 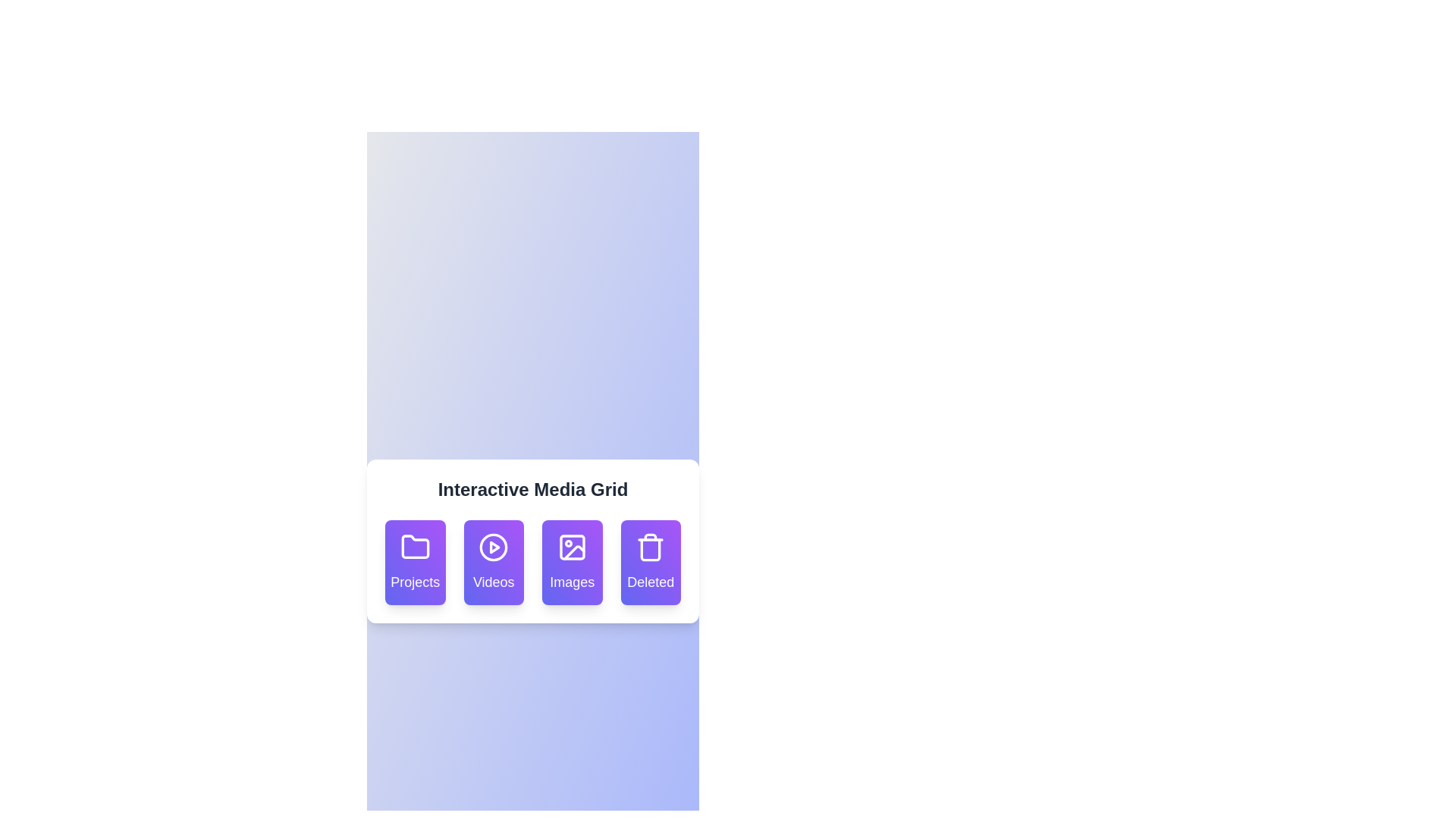 I want to click on the 'Images' icon, which is the third icon in a horizontal group of four icons, representing image-related functionality, located below the 'Interactive Media Grid' heading, so click(x=571, y=547).